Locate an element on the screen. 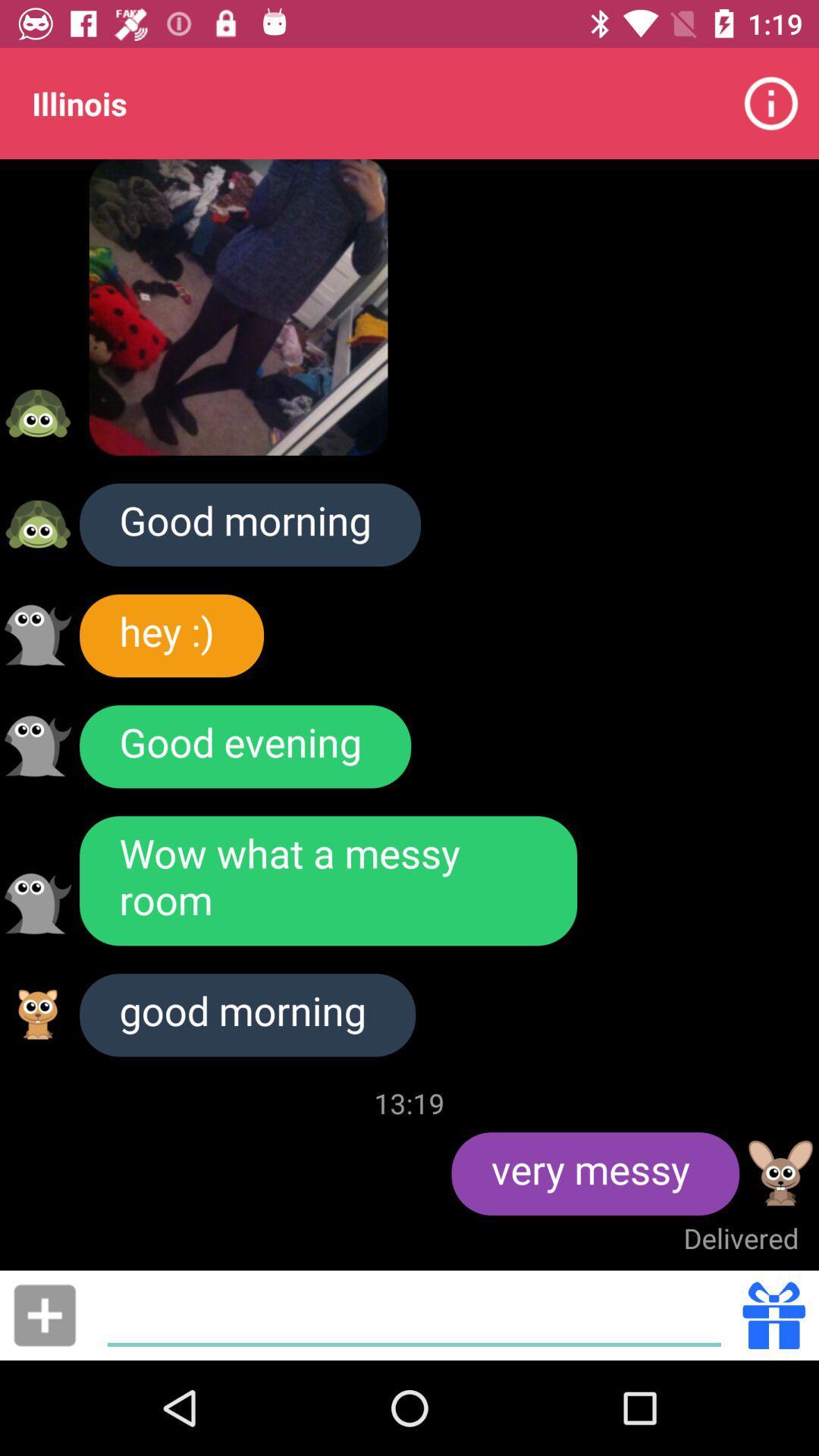 This screenshot has height=1456, width=819. make new message maybe is located at coordinates (44, 1314).